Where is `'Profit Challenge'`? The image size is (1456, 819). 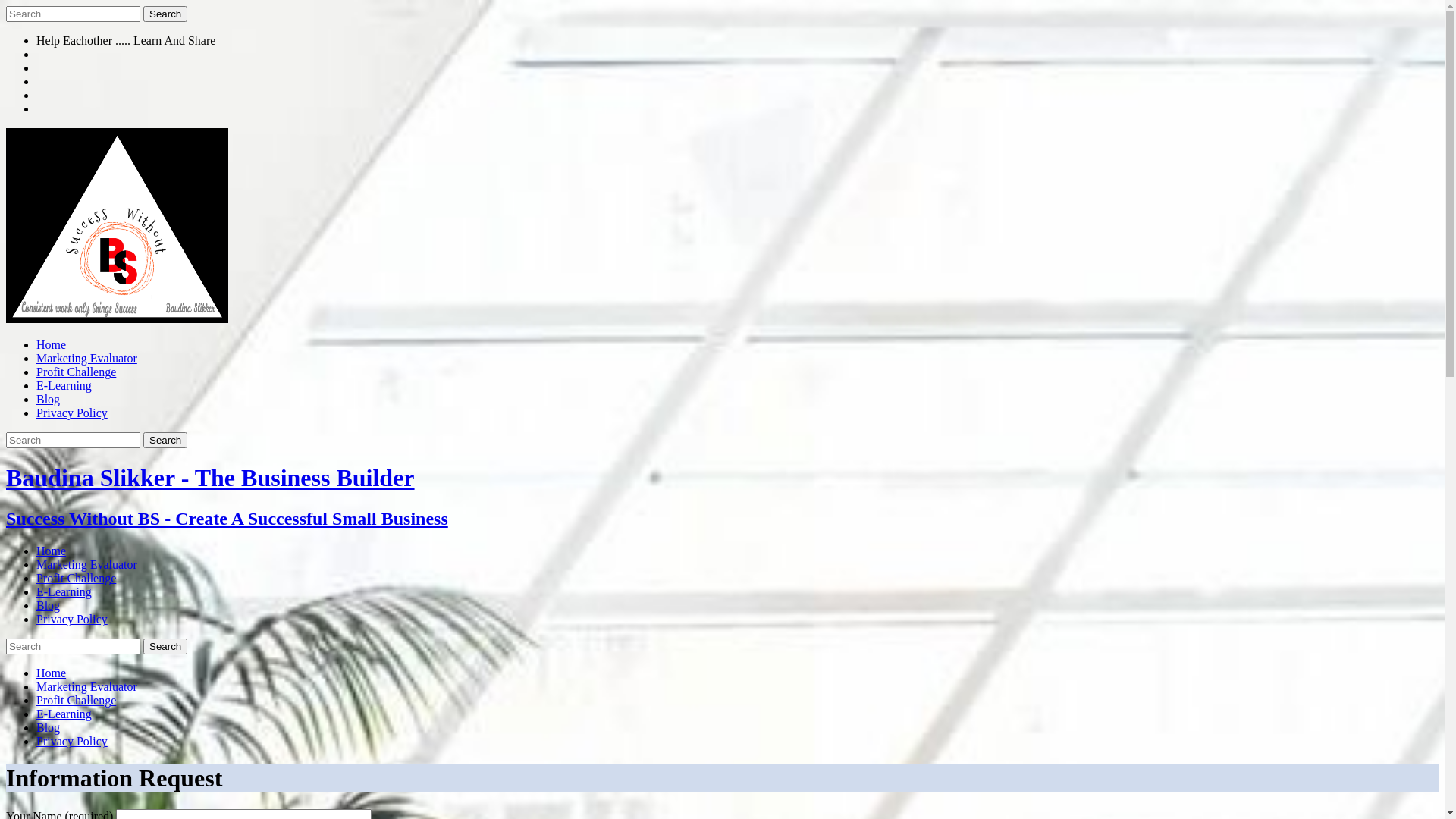
'Profit Challenge' is located at coordinates (75, 700).